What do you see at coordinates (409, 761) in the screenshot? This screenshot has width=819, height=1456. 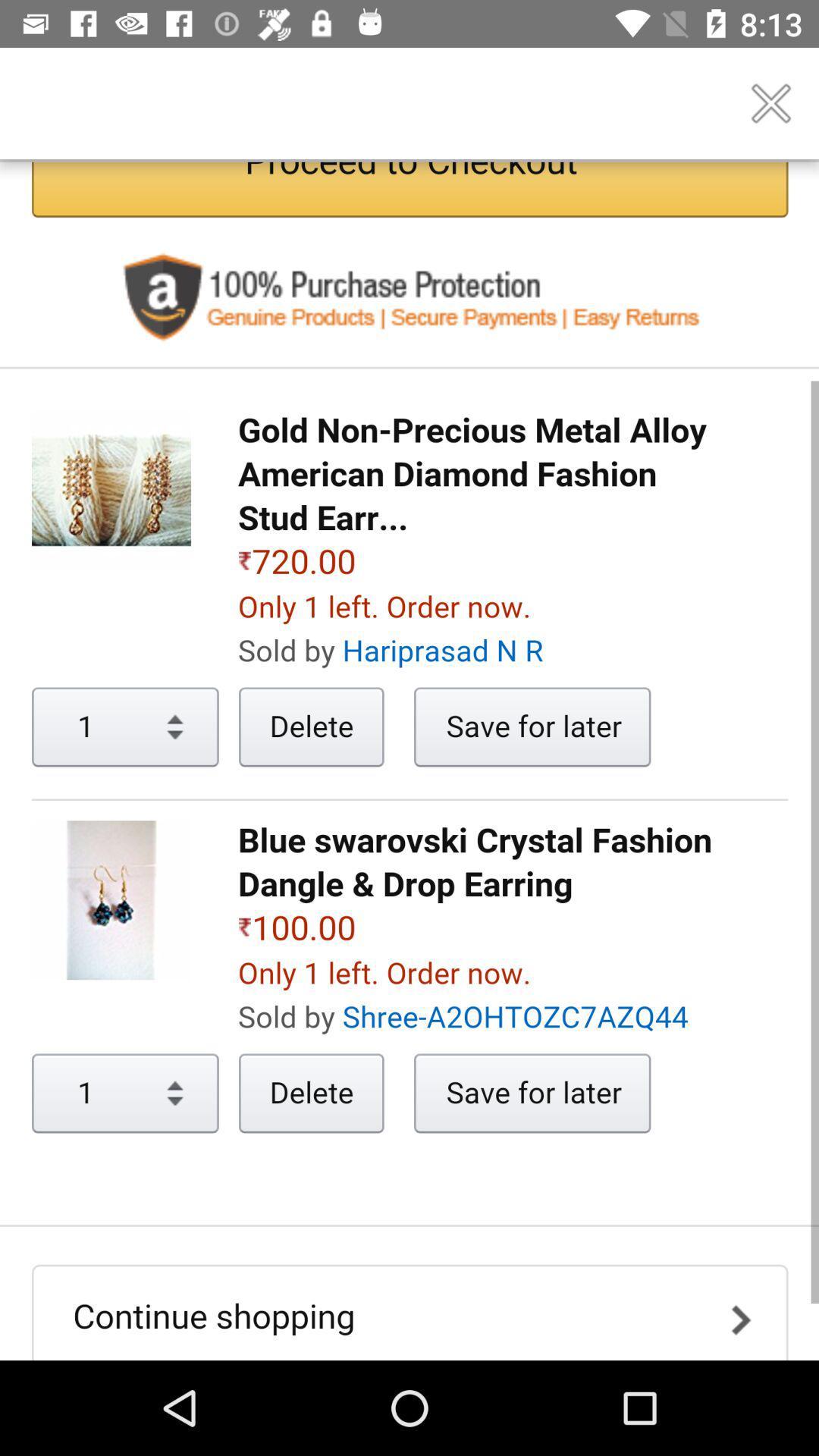 I see `description` at bounding box center [409, 761].